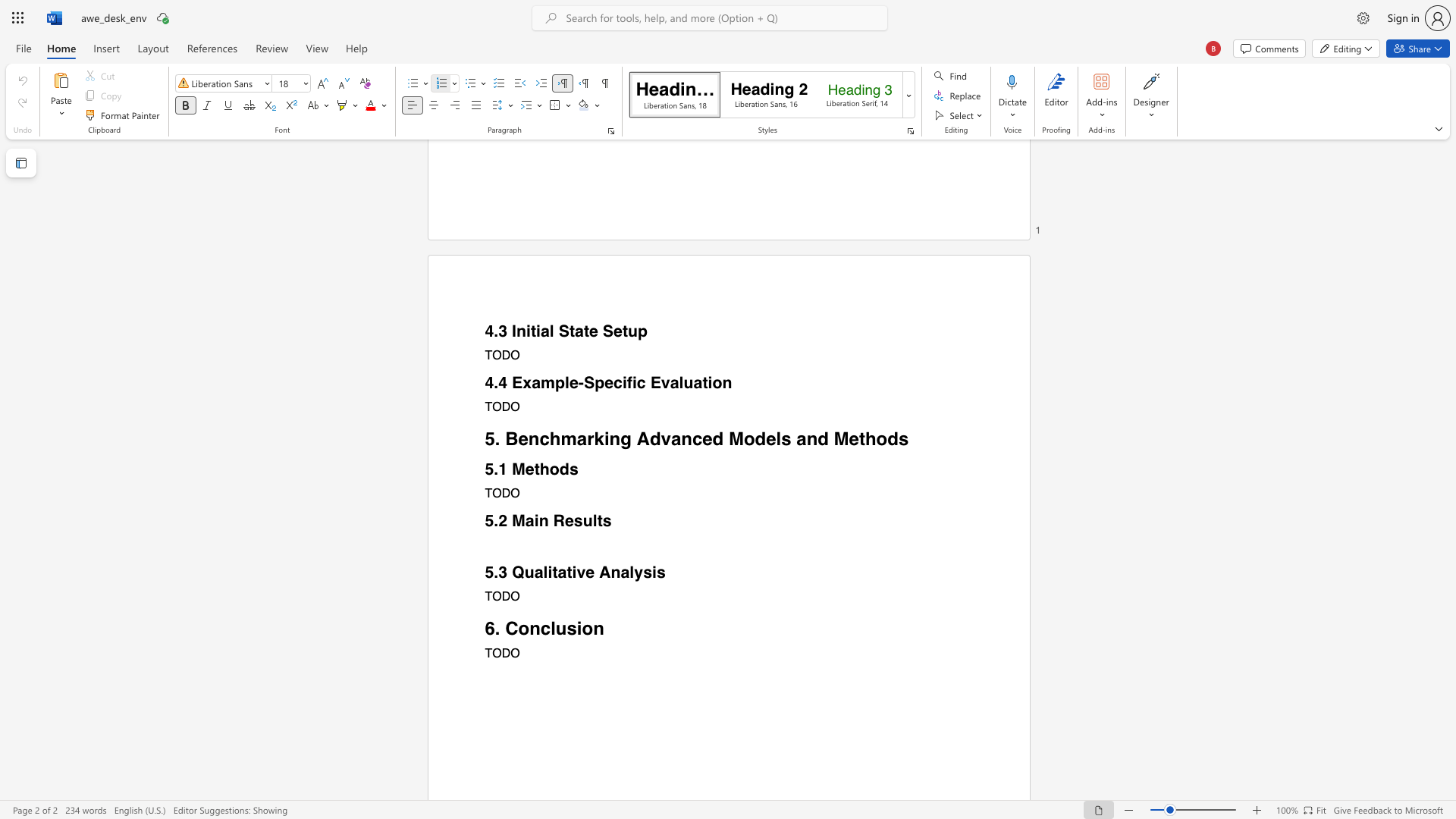 This screenshot has height=819, width=1456. I want to click on the 1th character "5" in the text, so click(489, 573).